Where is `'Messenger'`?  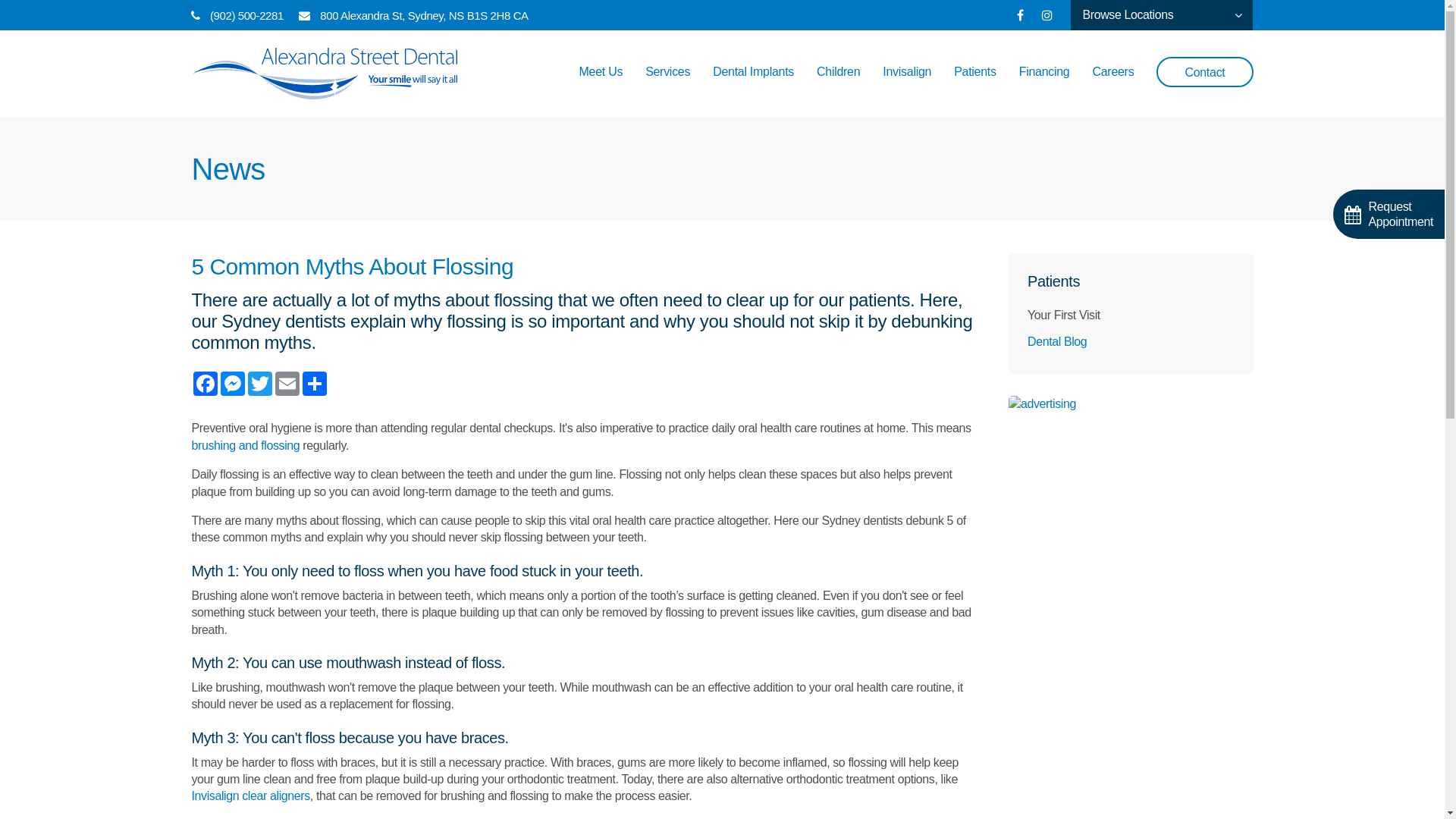
'Messenger' is located at coordinates (231, 382).